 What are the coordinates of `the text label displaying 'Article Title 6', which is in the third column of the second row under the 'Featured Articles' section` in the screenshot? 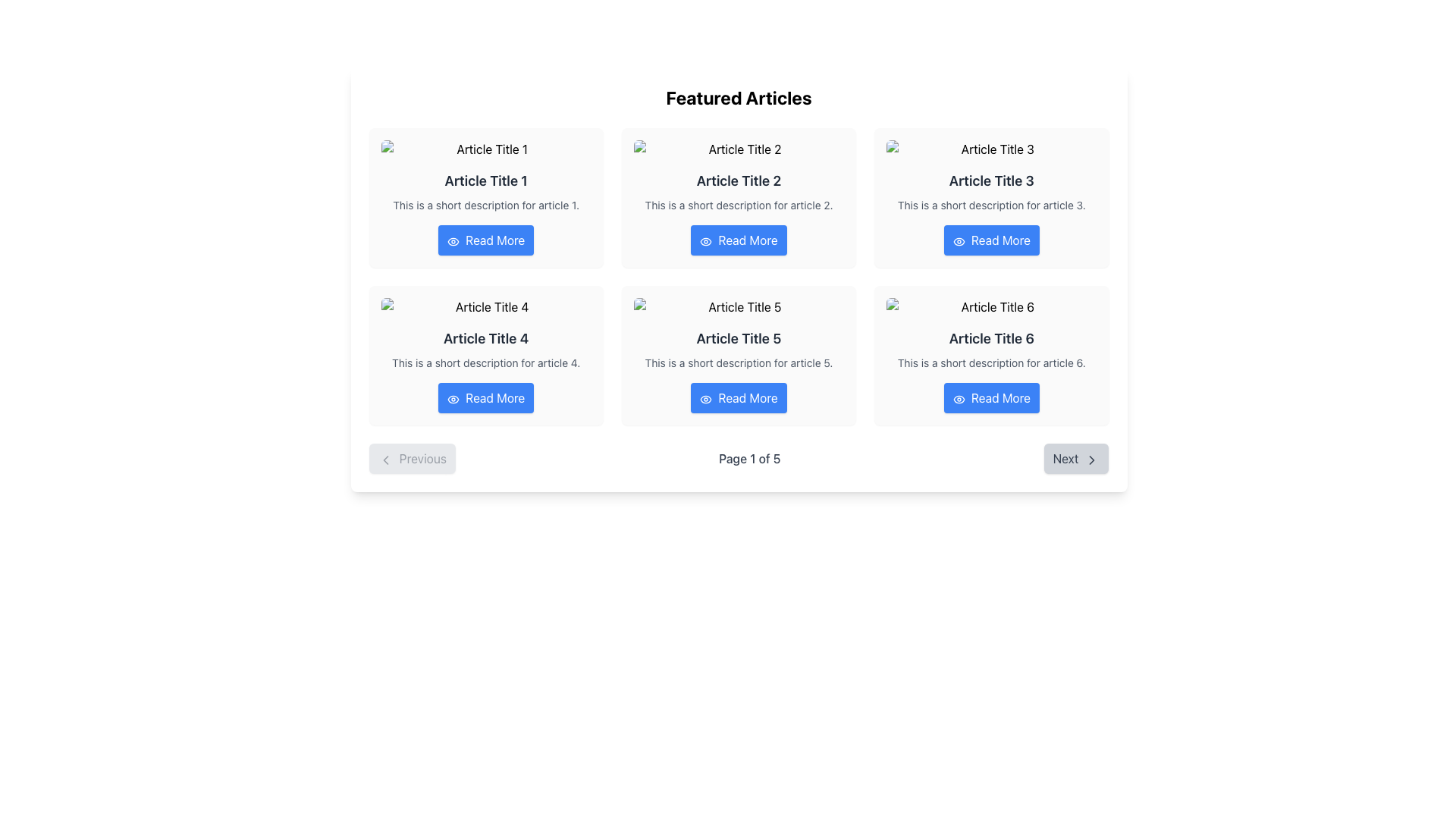 It's located at (991, 338).